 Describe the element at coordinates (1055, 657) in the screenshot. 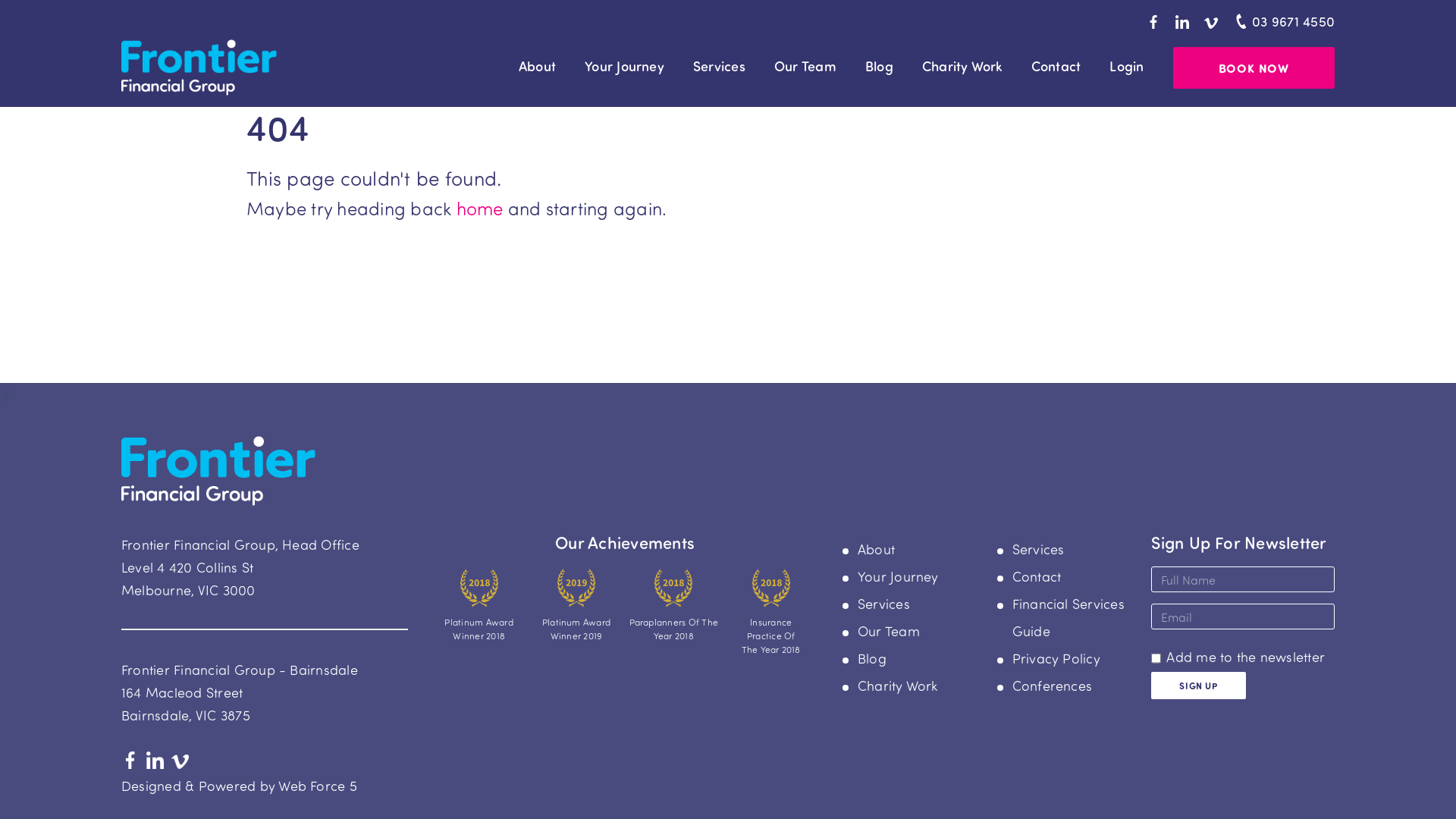

I see `'Privacy Policy'` at that location.